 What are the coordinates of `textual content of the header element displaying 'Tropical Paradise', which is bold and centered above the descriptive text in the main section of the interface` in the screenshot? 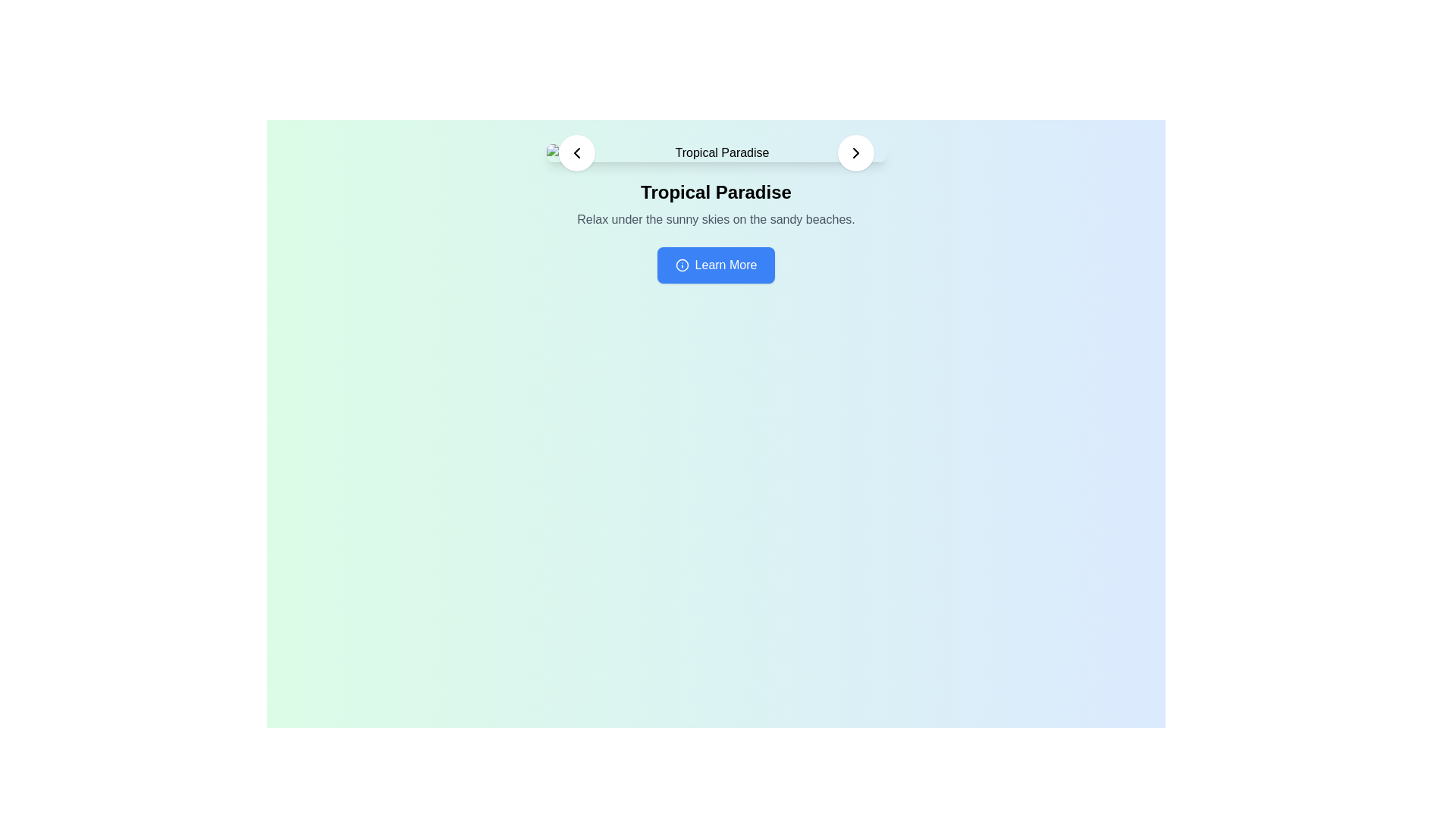 It's located at (715, 192).